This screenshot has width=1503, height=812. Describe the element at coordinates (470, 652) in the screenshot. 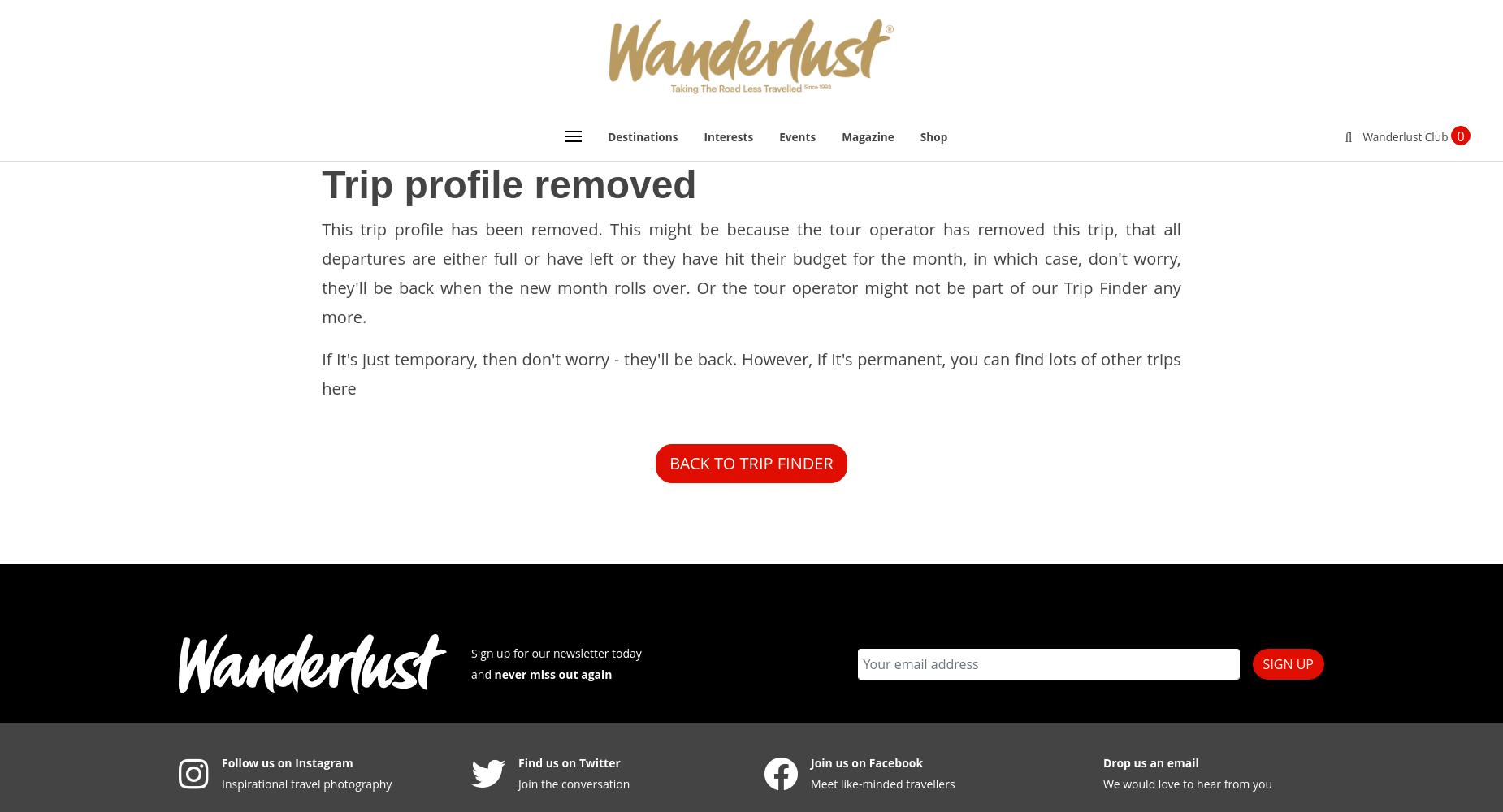

I see `'Sign up for our newsletter today'` at that location.